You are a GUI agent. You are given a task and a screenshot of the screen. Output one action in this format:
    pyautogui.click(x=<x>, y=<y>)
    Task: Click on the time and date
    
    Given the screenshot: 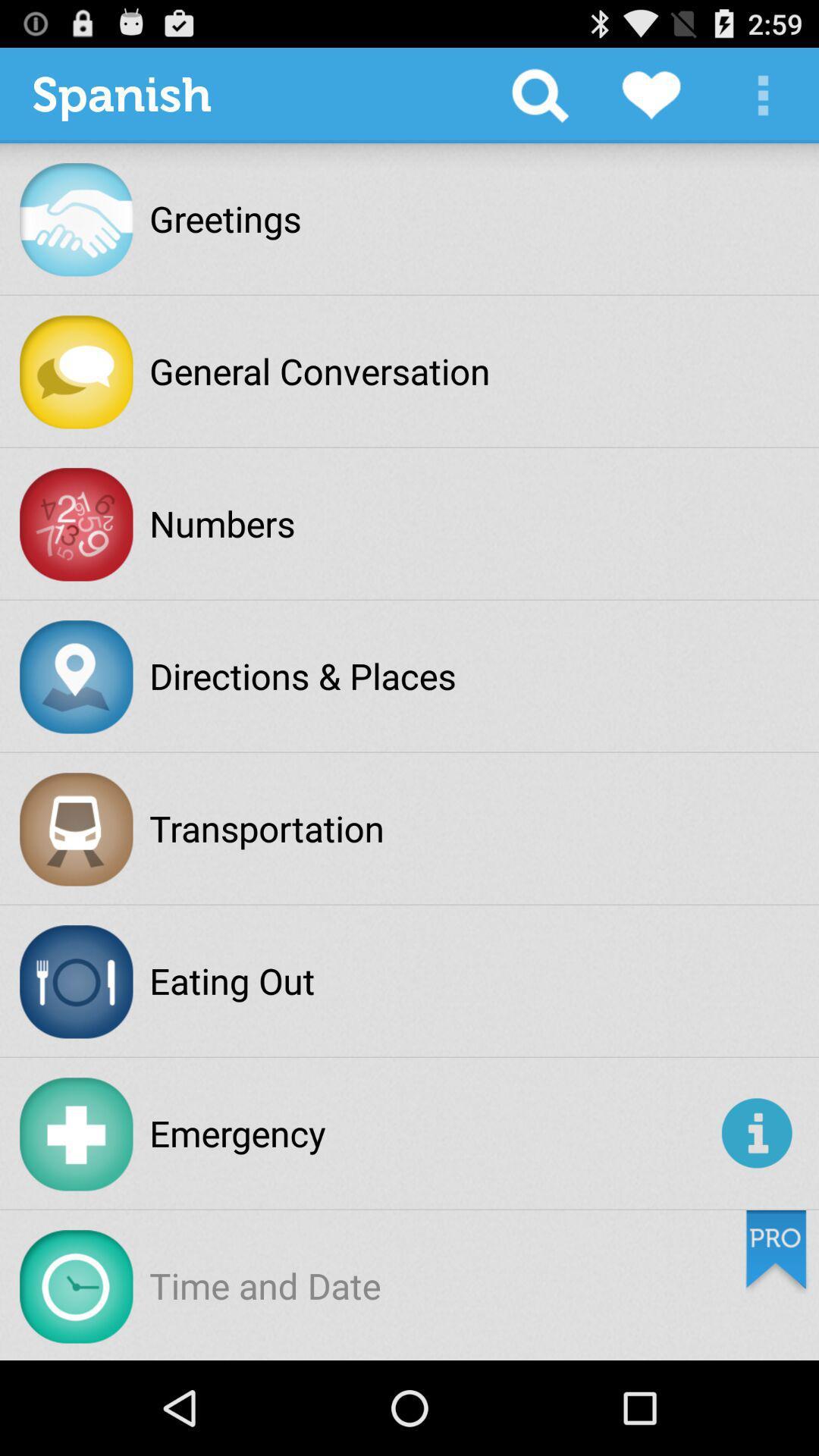 What is the action you would take?
    pyautogui.click(x=264, y=1285)
    